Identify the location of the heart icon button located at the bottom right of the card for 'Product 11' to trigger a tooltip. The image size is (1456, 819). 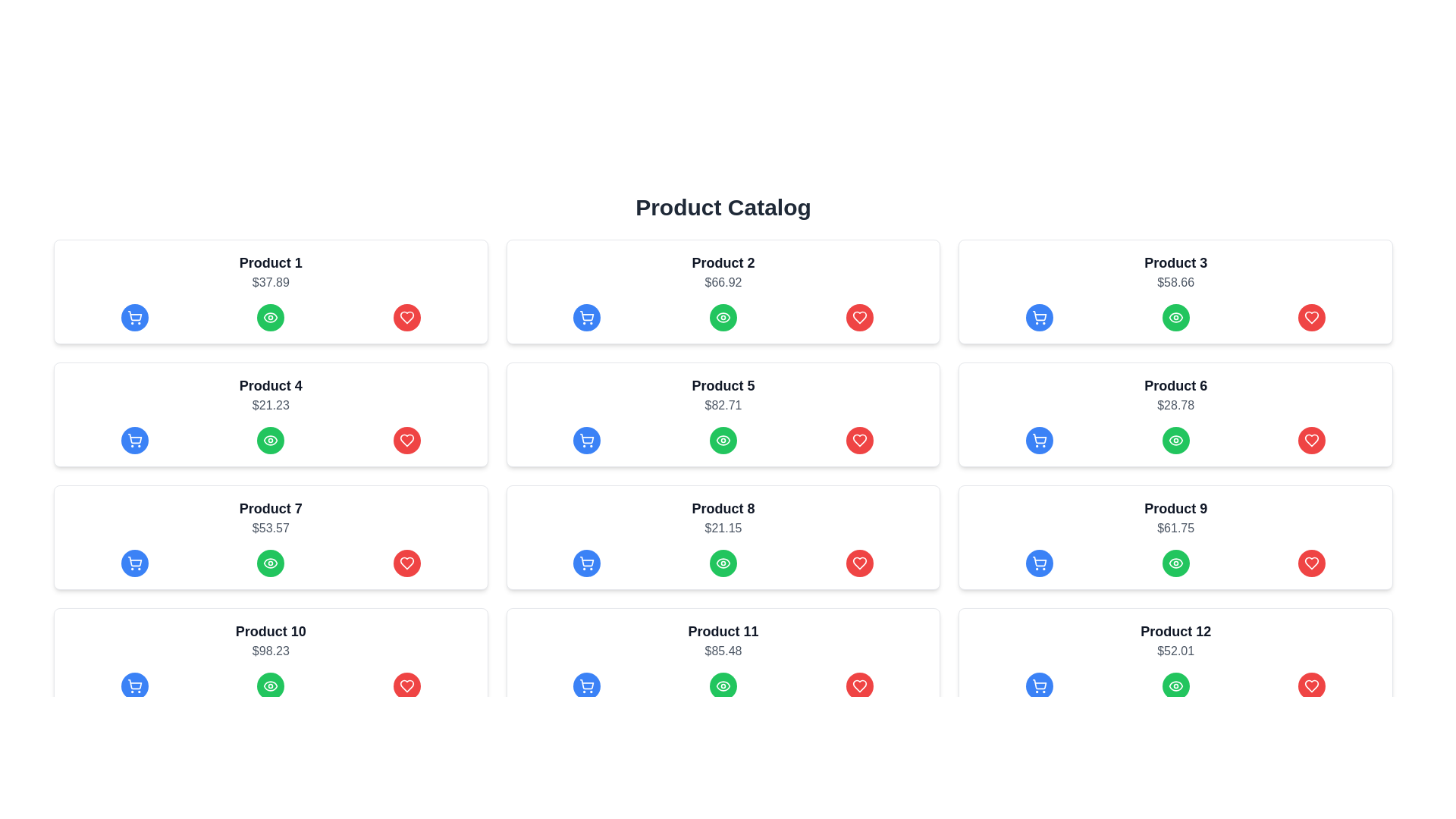
(859, 686).